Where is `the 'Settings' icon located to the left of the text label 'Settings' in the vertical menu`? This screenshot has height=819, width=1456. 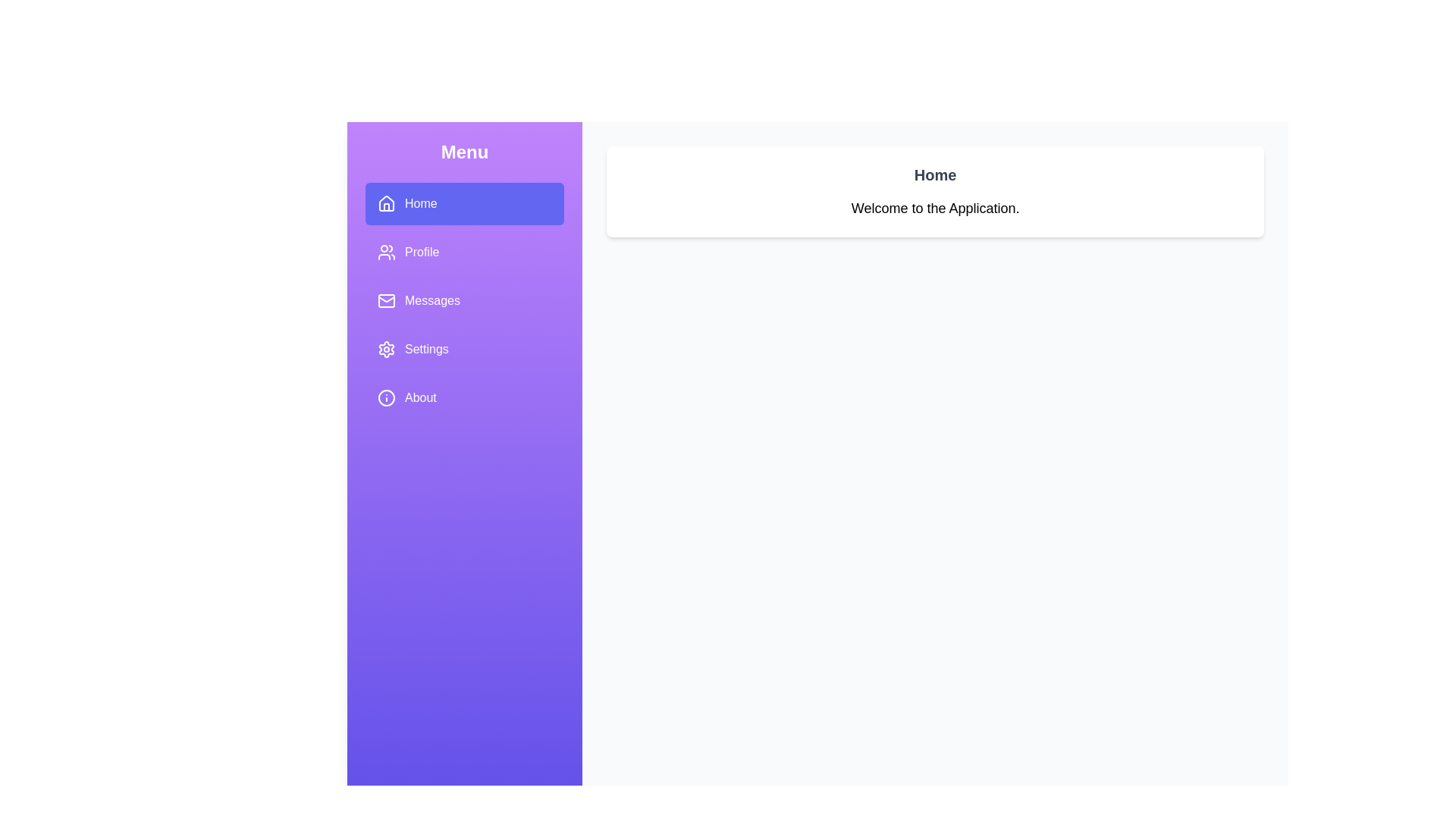
the 'Settings' icon located to the left of the text label 'Settings' in the vertical menu is located at coordinates (386, 350).